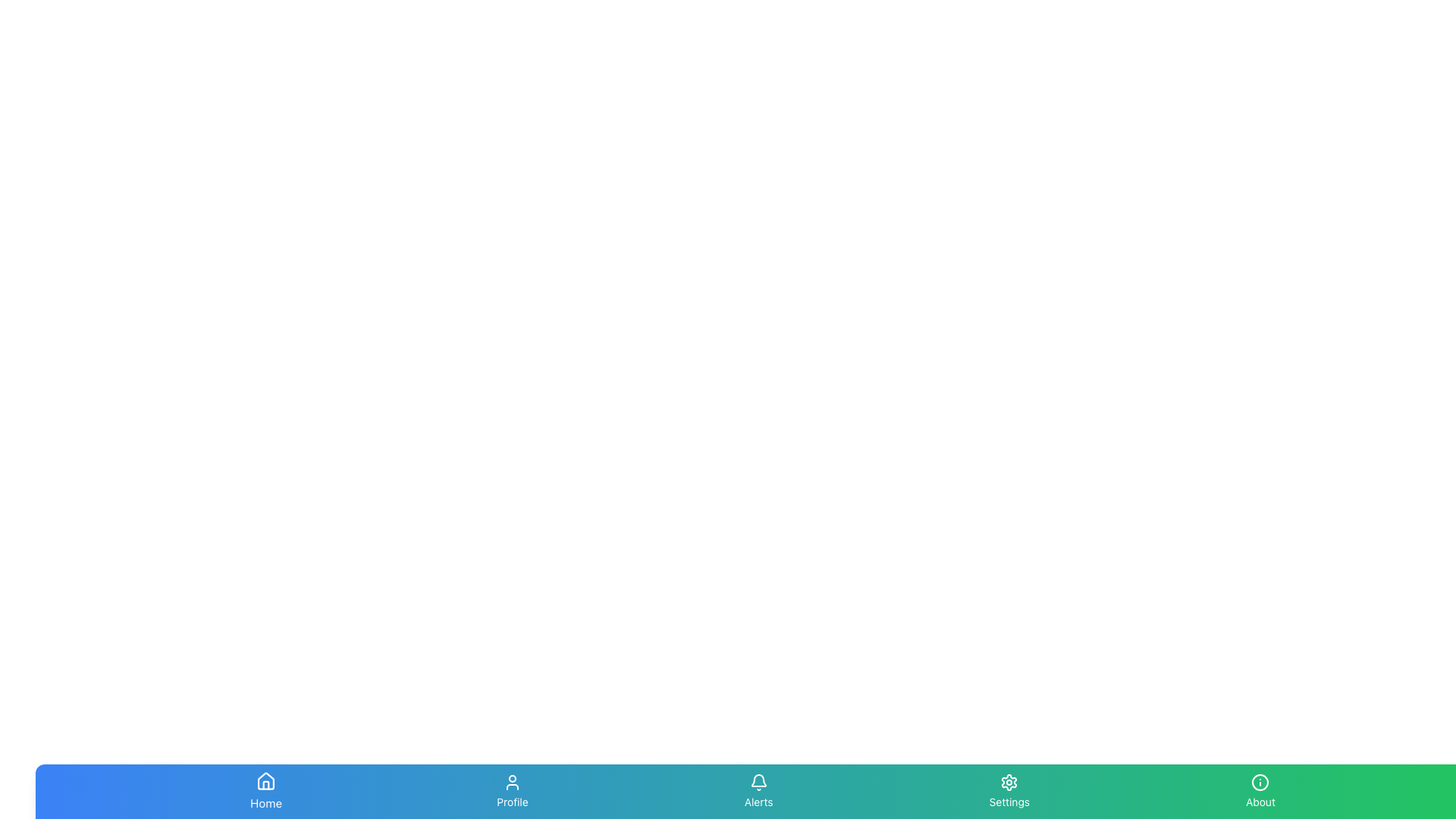 The image size is (1456, 819). Describe the element at coordinates (1260, 783) in the screenshot. I see `the information icon, which is an outlined circle with an 'i' inside, located in the 'About' section of the bottom navigation bar` at that location.